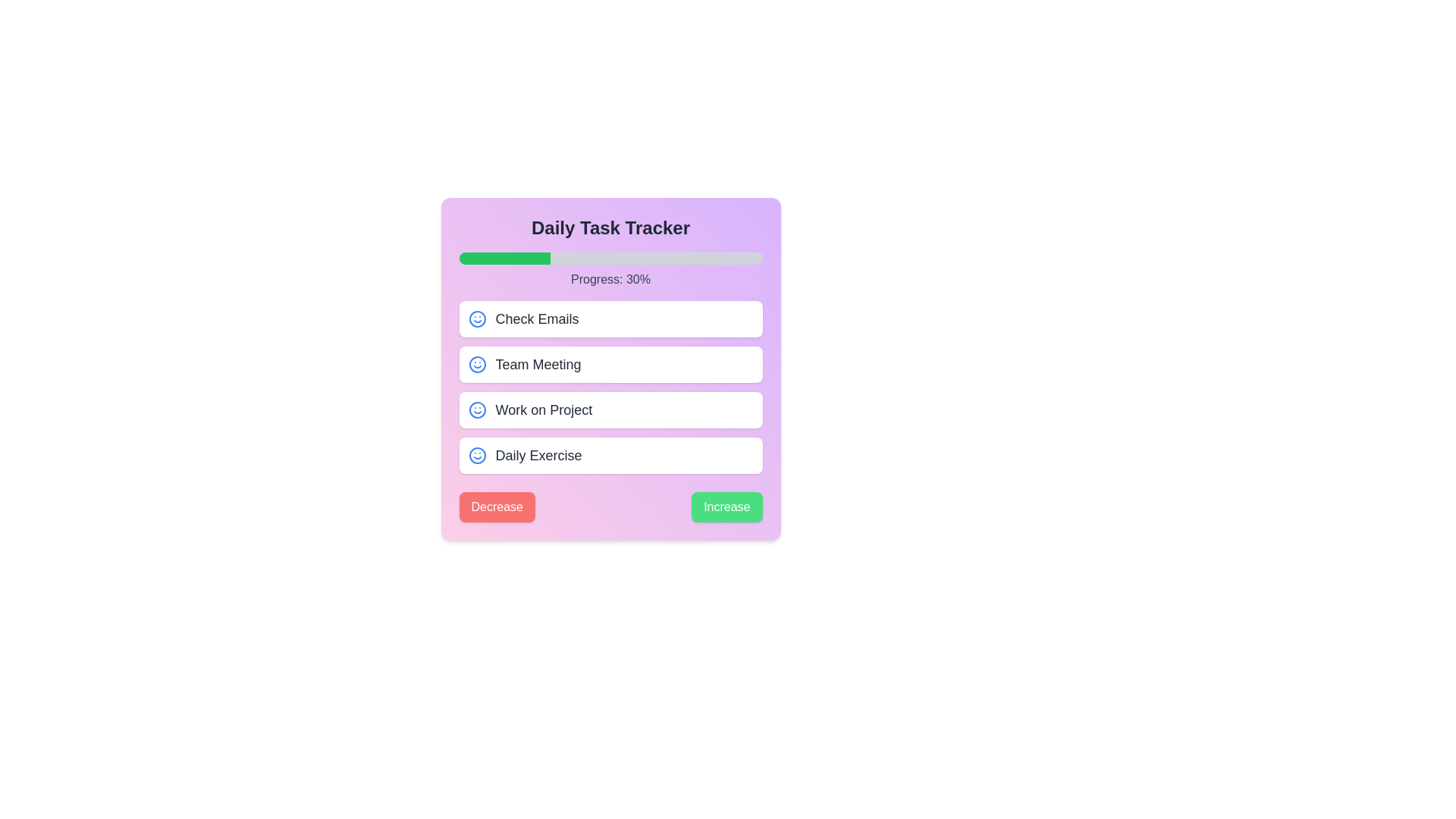  I want to click on the 'Daily Exercise' task card, which is the fourth card in a vertical list of tasks, located below the 'Work on Project' card, so click(610, 455).